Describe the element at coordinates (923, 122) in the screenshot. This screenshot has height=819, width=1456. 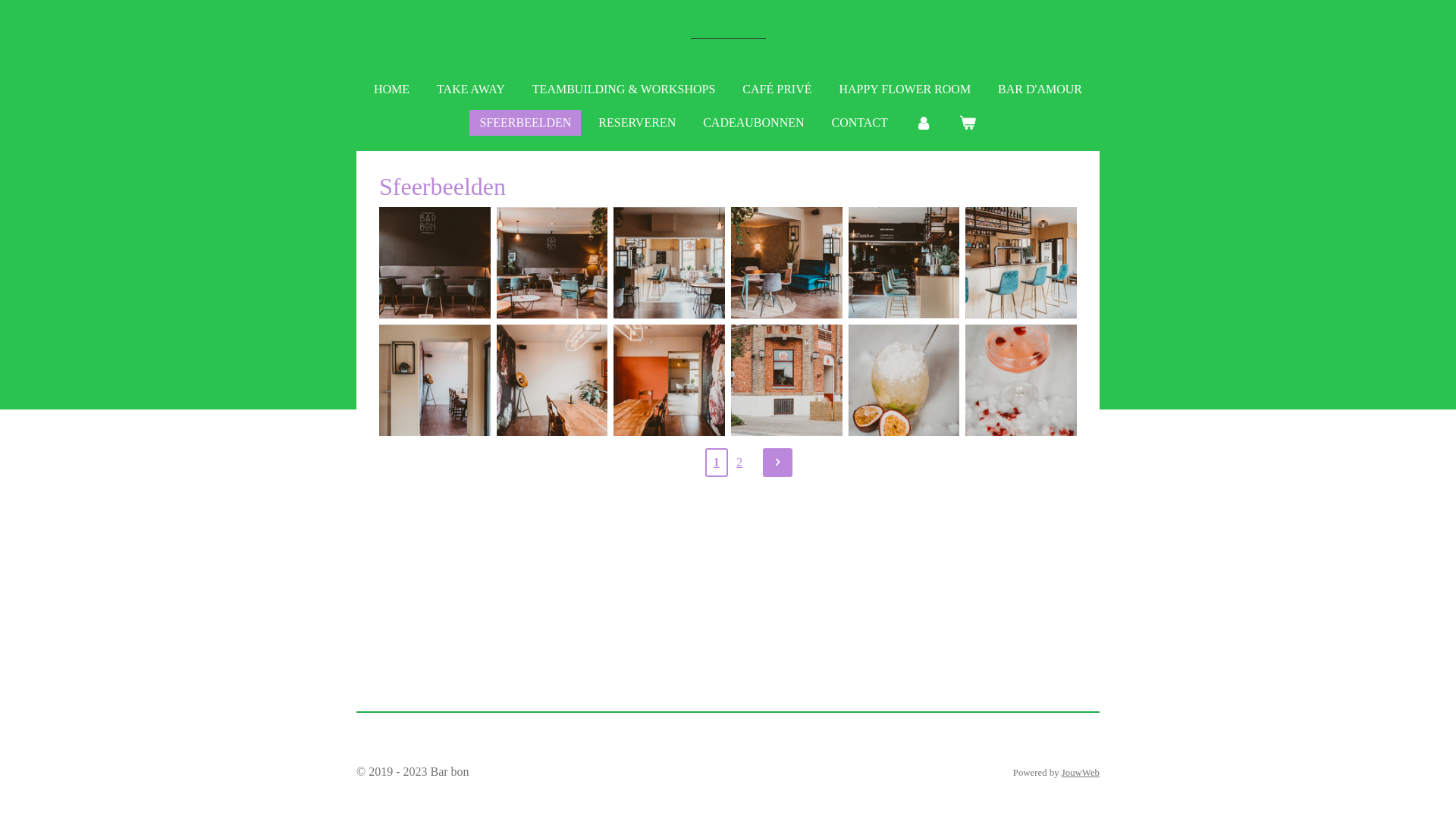
I see `'Account'` at that location.